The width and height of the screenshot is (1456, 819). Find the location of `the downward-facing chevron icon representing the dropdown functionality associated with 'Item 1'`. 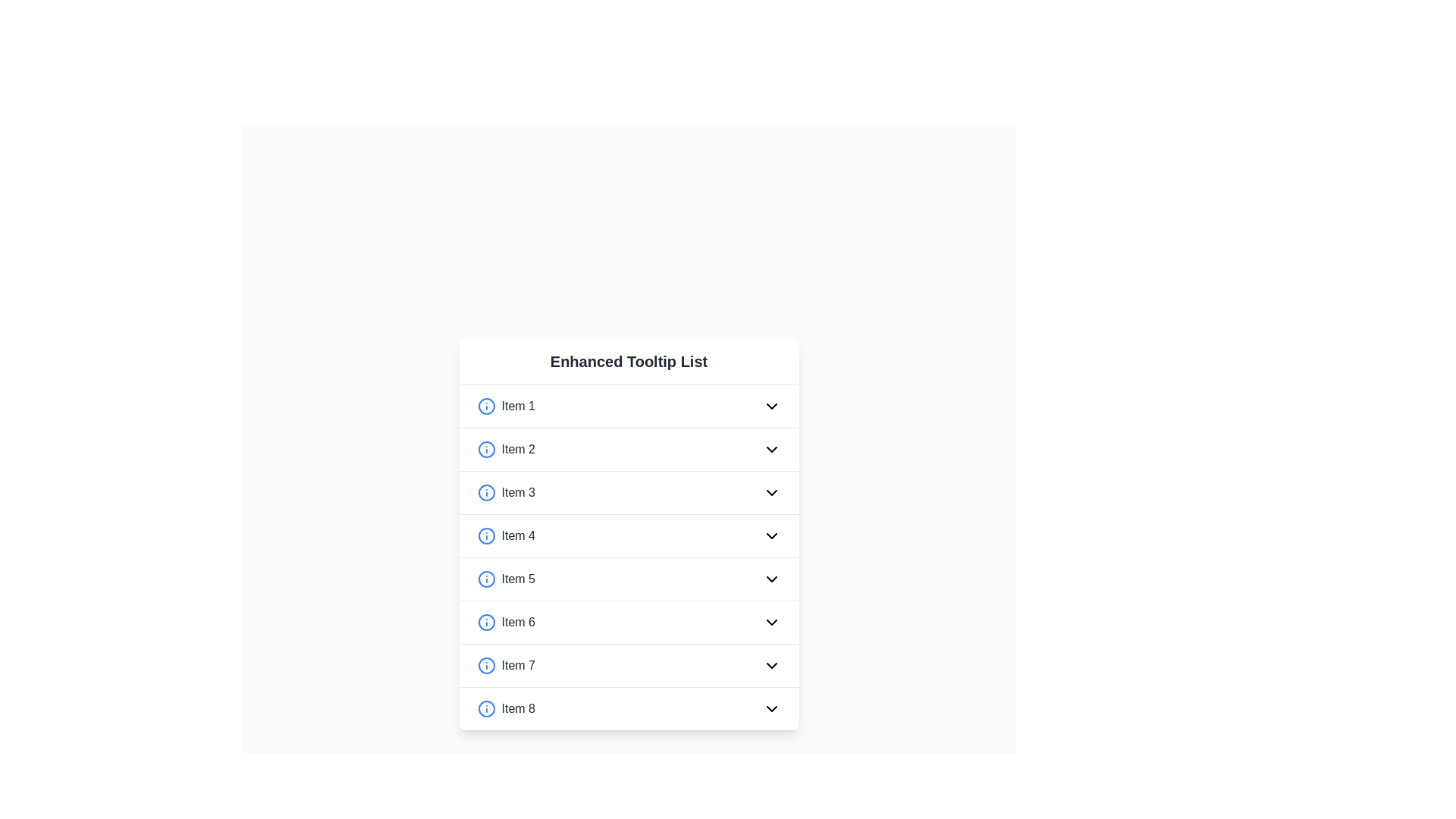

the downward-facing chevron icon representing the dropdown functionality associated with 'Item 1' is located at coordinates (771, 406).